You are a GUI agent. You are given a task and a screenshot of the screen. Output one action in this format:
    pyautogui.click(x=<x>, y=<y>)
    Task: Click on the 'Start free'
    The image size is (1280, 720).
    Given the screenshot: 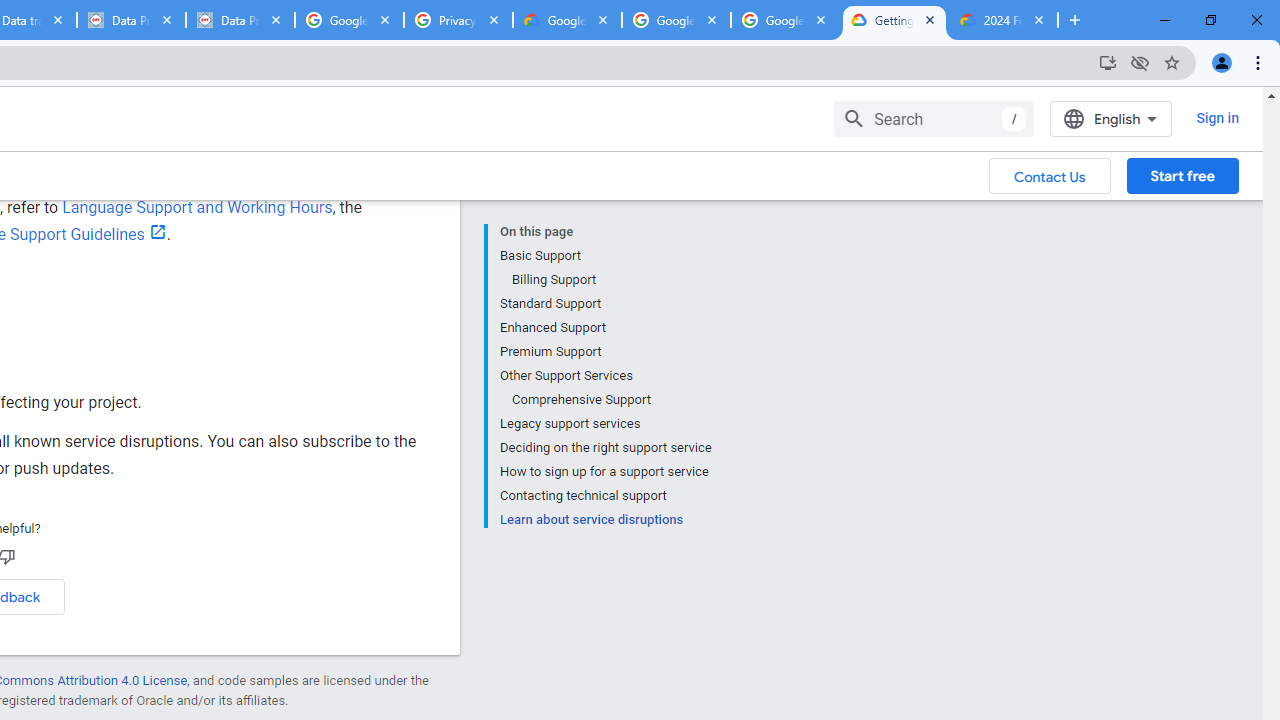 What is the action you would take?
    pyautogui.click(x=1182, y=174)
    